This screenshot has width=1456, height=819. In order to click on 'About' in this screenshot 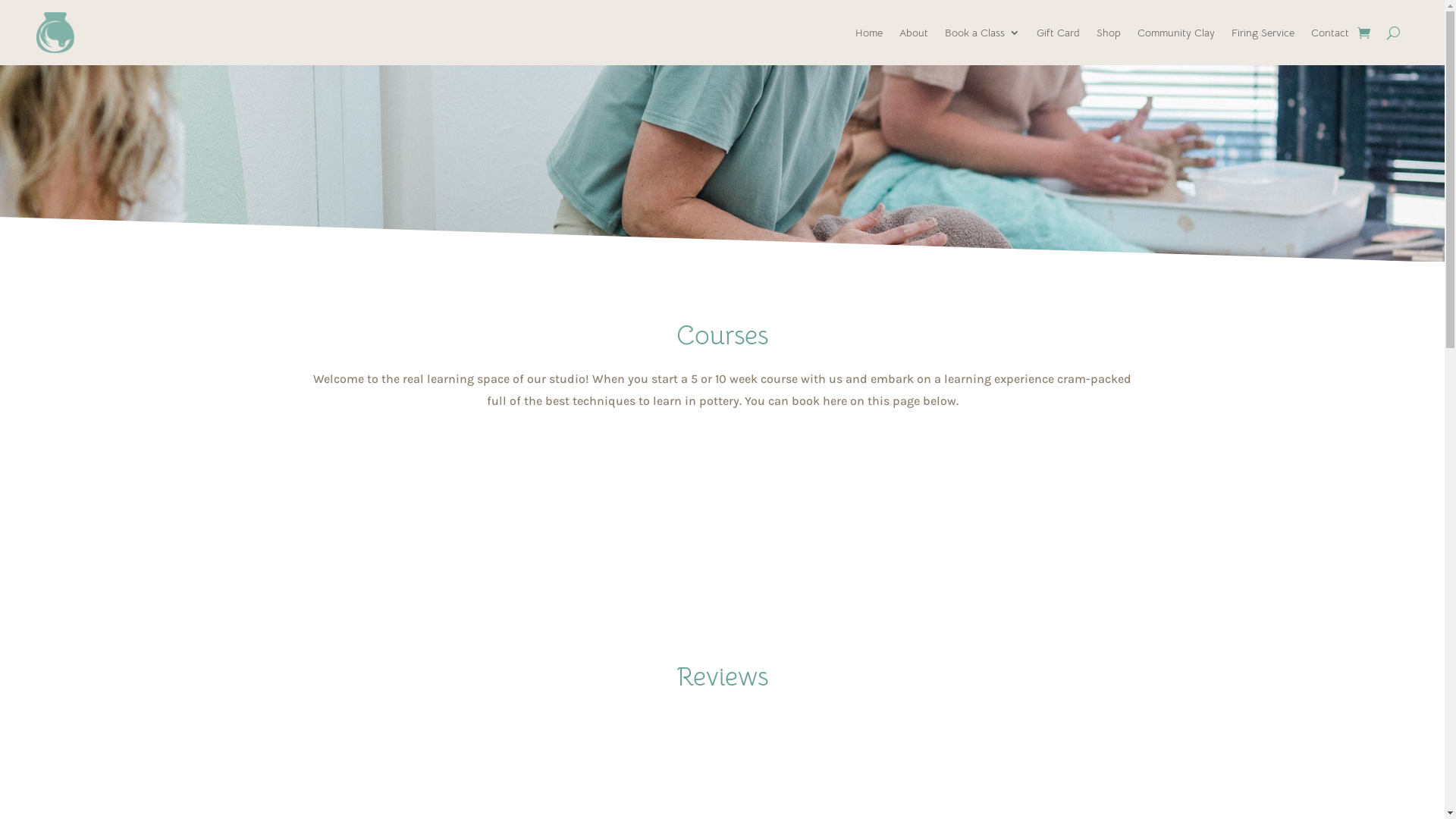, I will do `click(899, 32)`.